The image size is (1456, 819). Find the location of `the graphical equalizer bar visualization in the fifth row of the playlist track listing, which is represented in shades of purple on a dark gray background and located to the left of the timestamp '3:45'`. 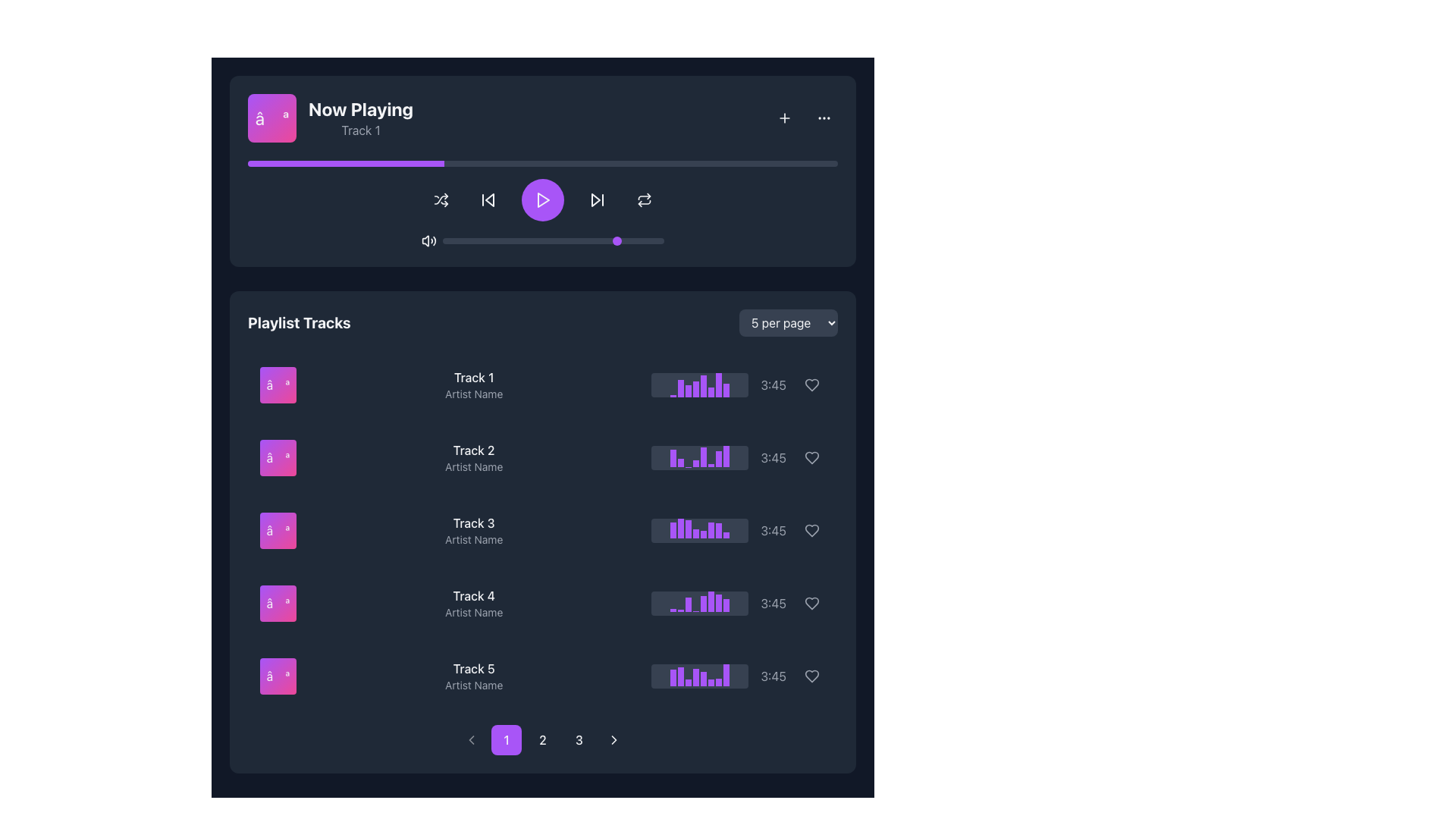

the graphical equalizer bar visualization in the fifth row of the playlist track listing, which is represented in shades of purple on a dark gray background and located to the left of the timestamp '3:45' is located at coordinates (739, 675).